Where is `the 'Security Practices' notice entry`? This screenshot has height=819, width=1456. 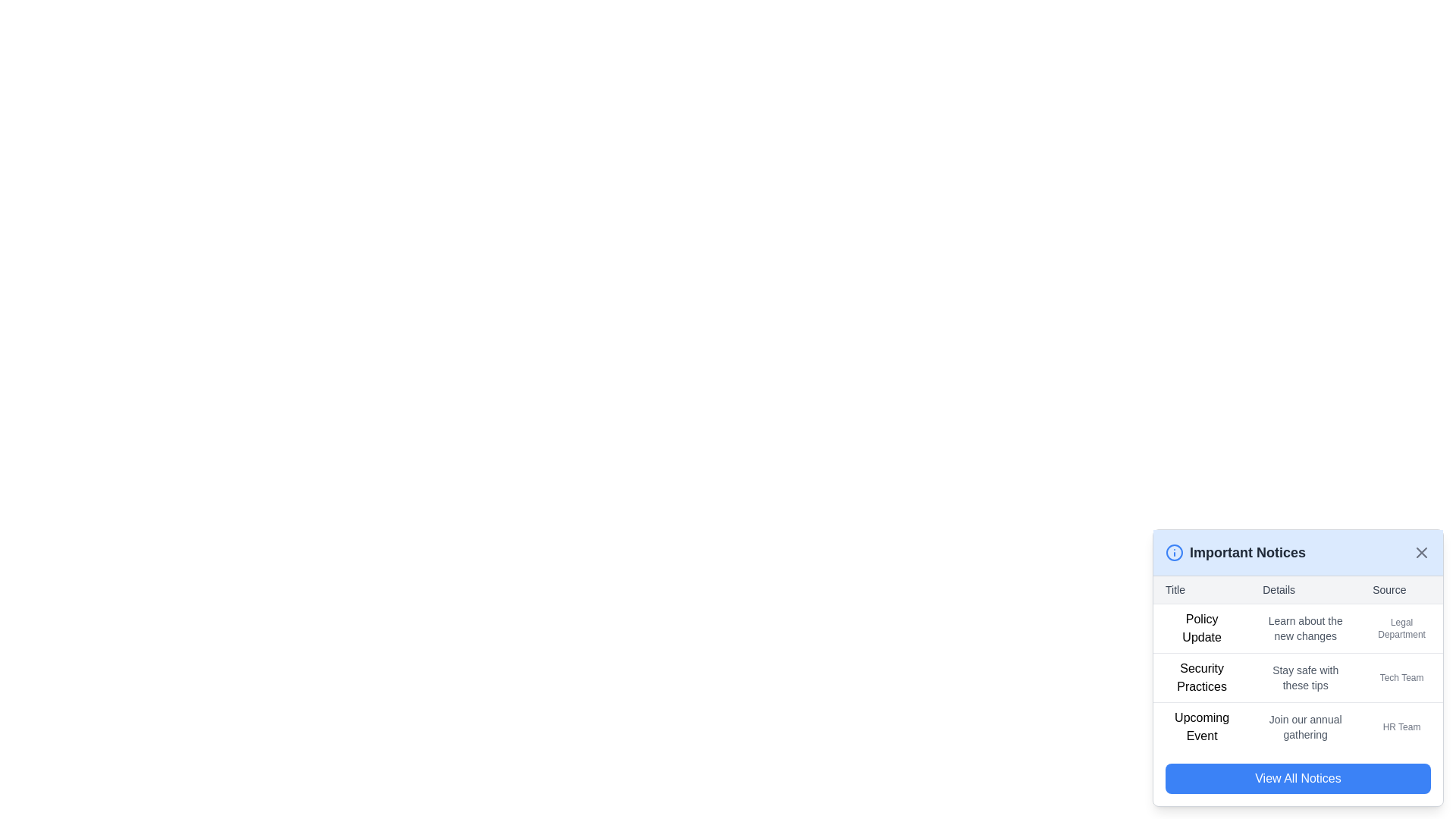
the 'Security Practices' notice entry is located at coordinates (1298, 677).